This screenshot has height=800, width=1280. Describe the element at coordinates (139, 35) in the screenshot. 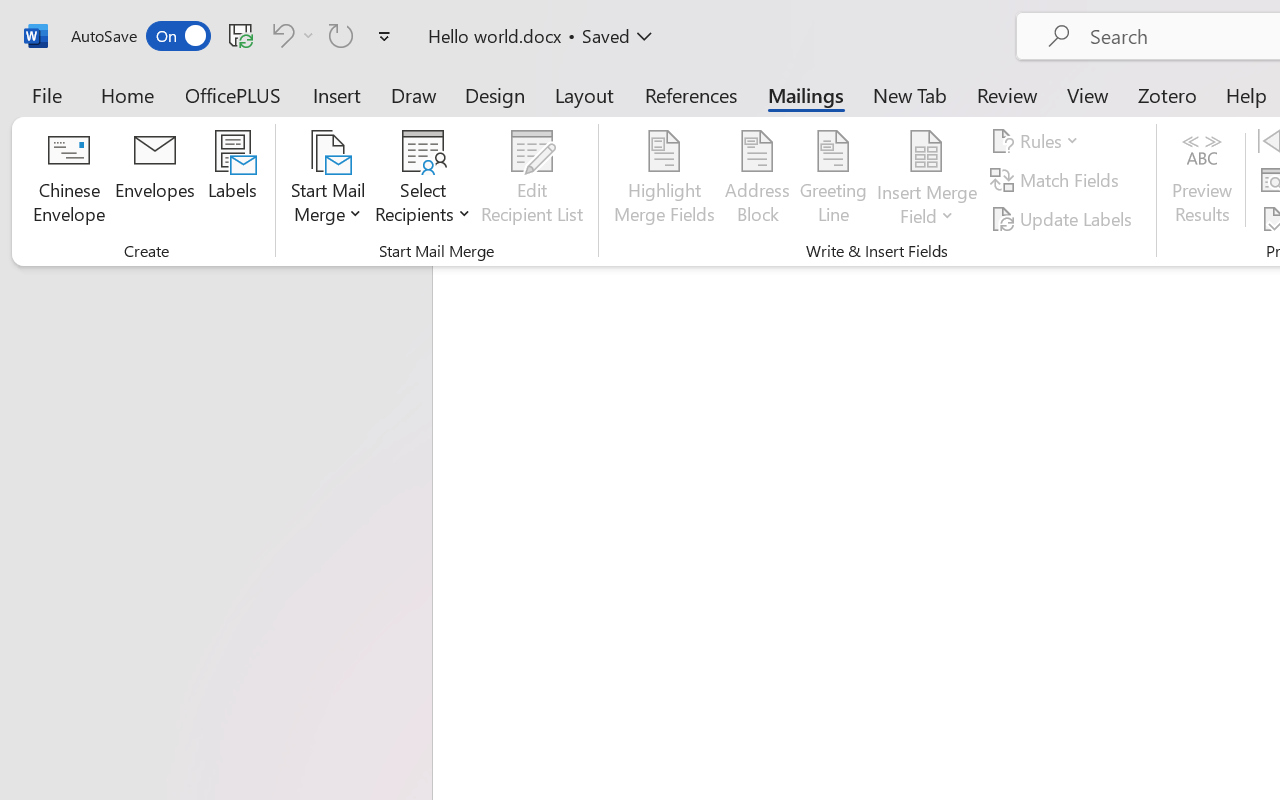

I see `'AutoSave'` at that location.